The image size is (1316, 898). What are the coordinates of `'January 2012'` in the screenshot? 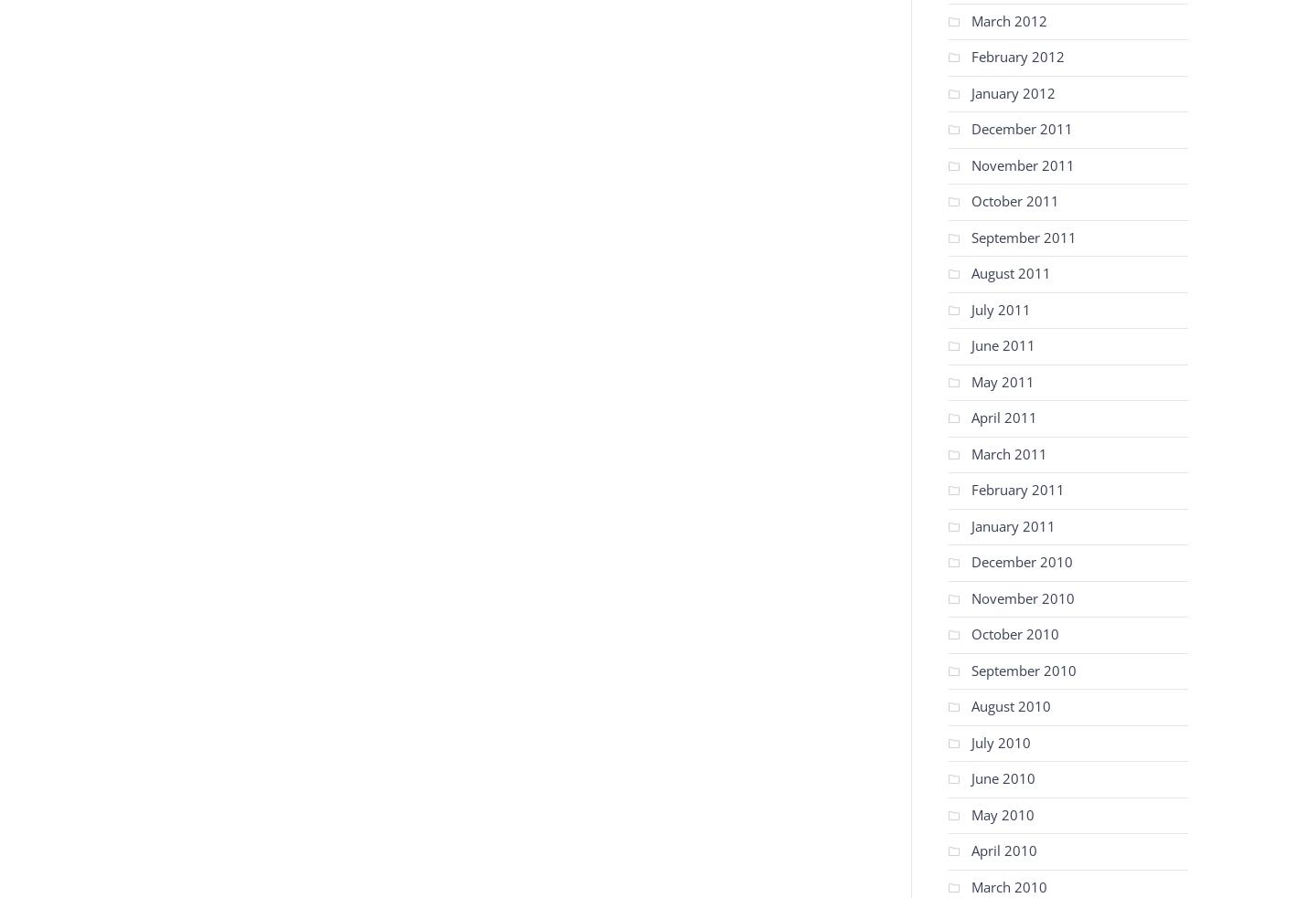 It's located at (971, 90).